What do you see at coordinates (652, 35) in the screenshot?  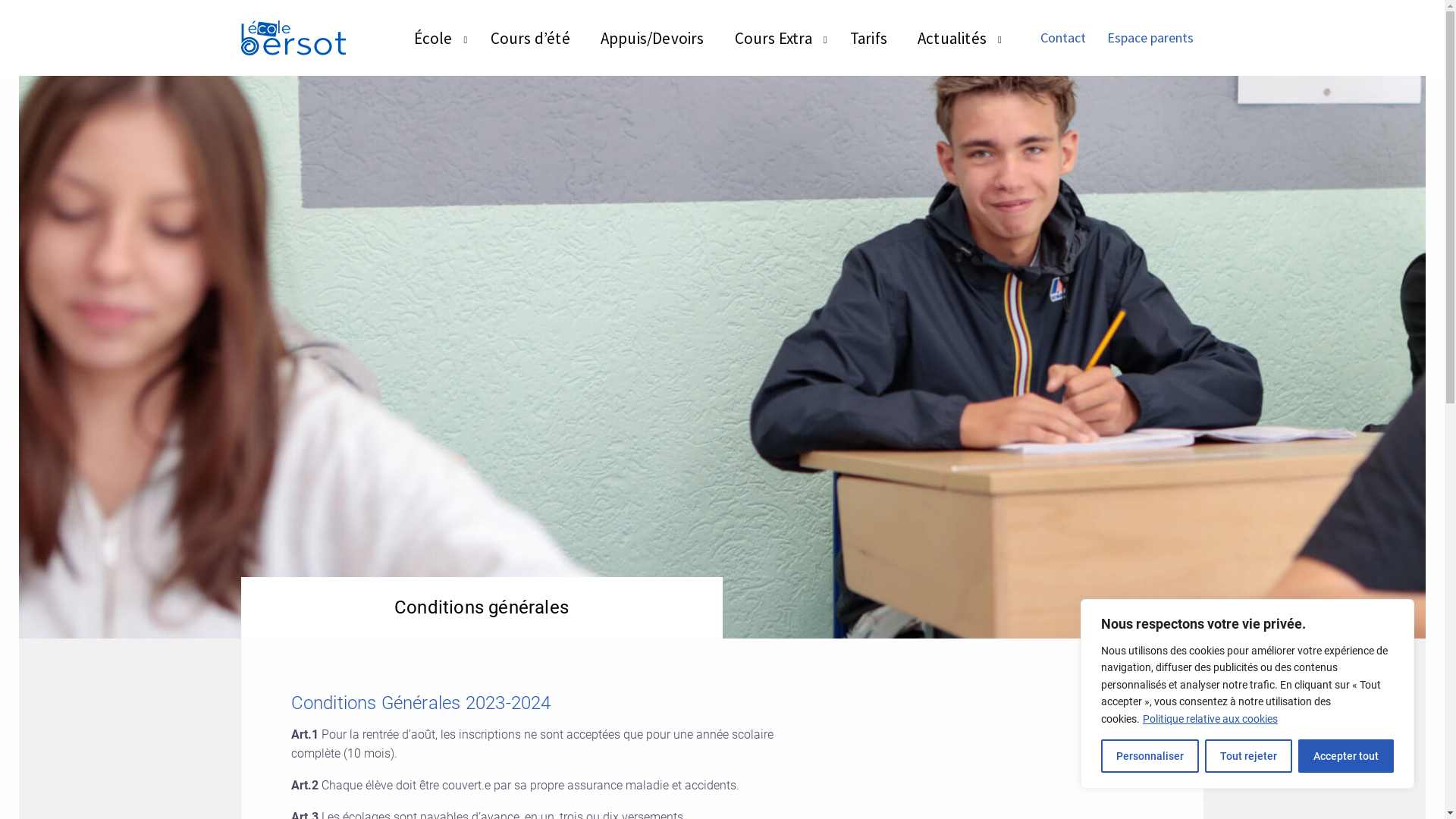 I see `'Appuis/Devoirs'` at bounding box center [652, 35].